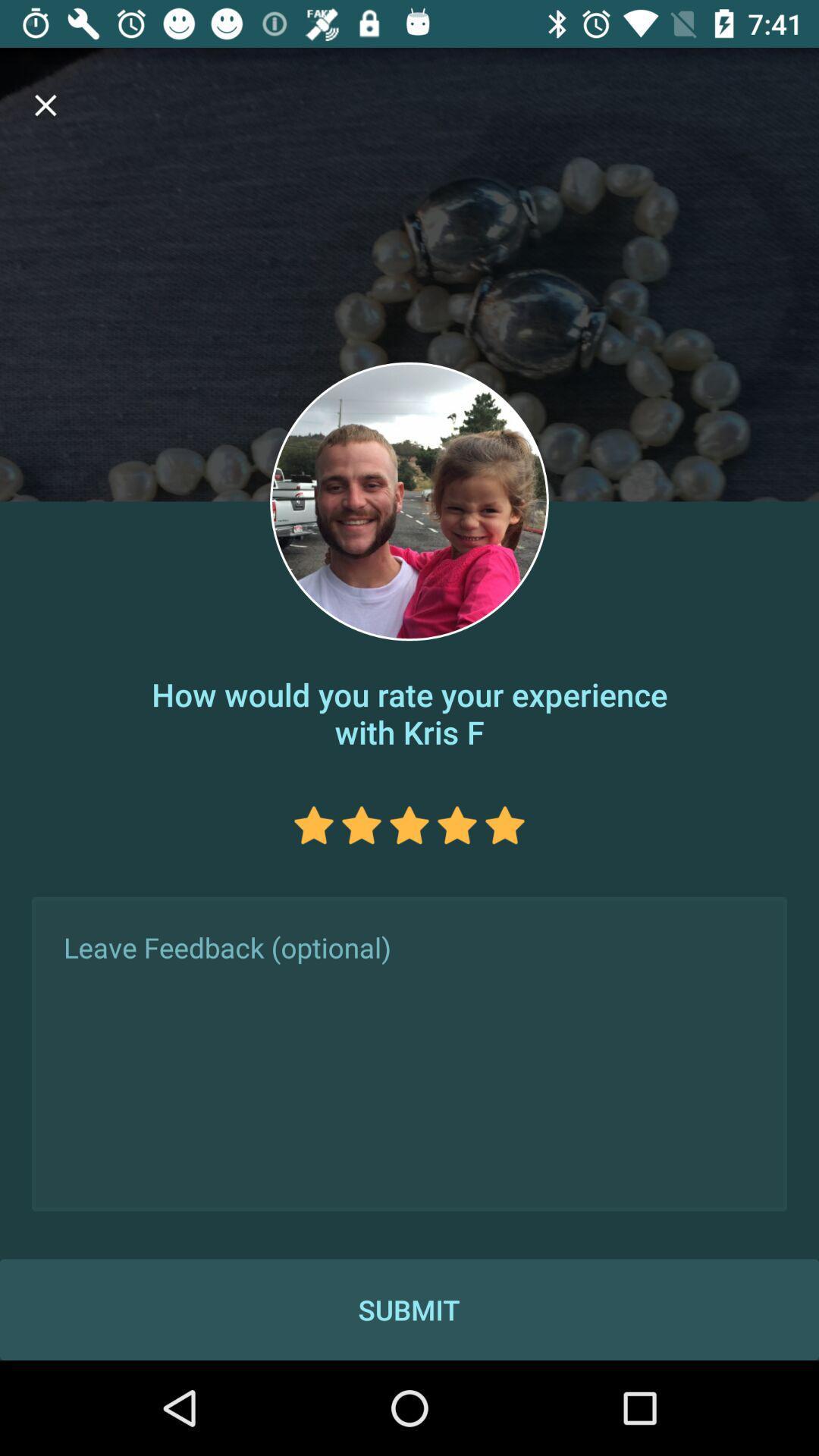  Describe the element at coordinates (409, 824) in the screenshot. I see `the star icon` at that location.